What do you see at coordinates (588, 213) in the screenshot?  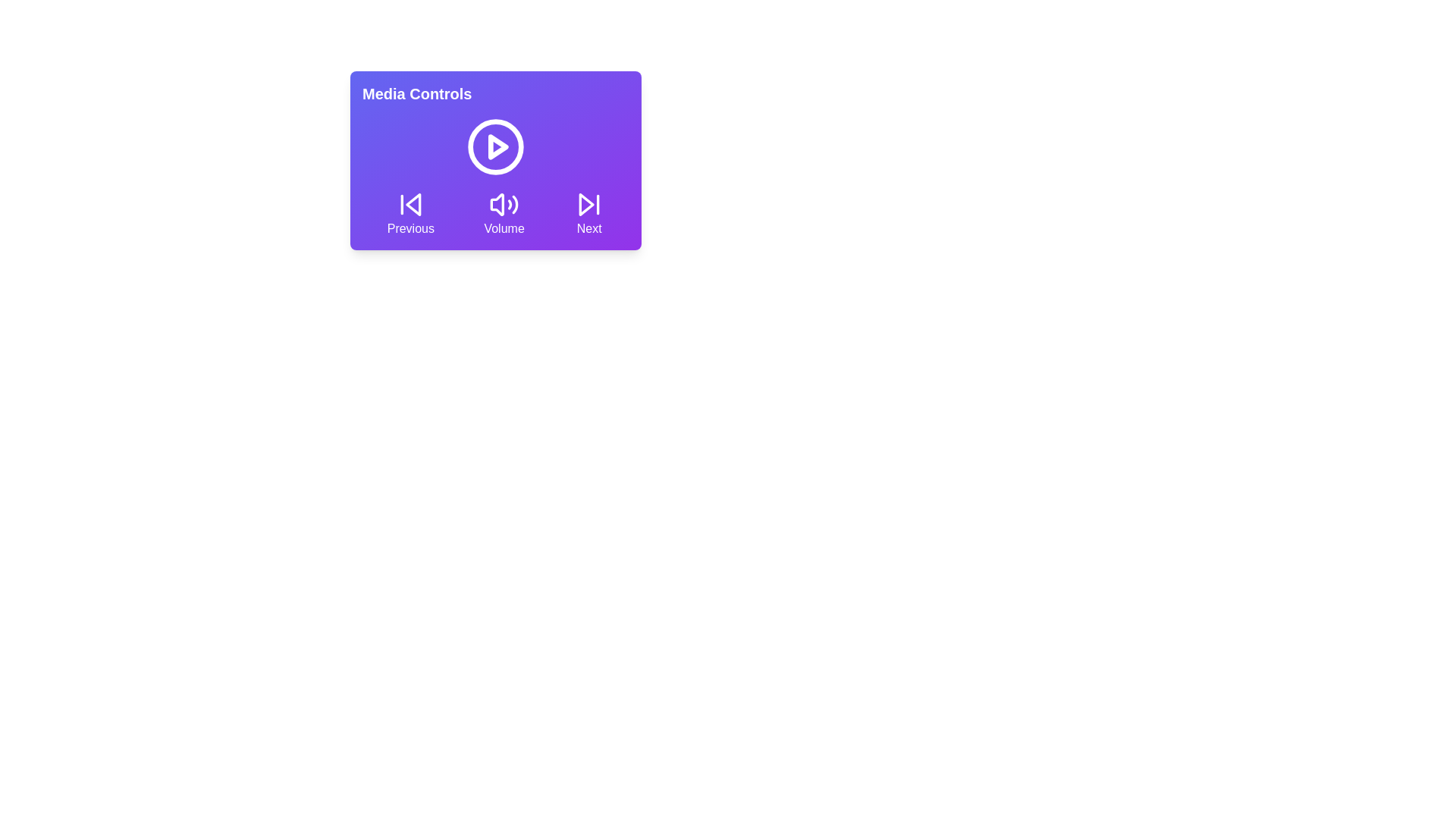 I see `the 'Next' button to skip to the next media` at bounding box center [588, 213].